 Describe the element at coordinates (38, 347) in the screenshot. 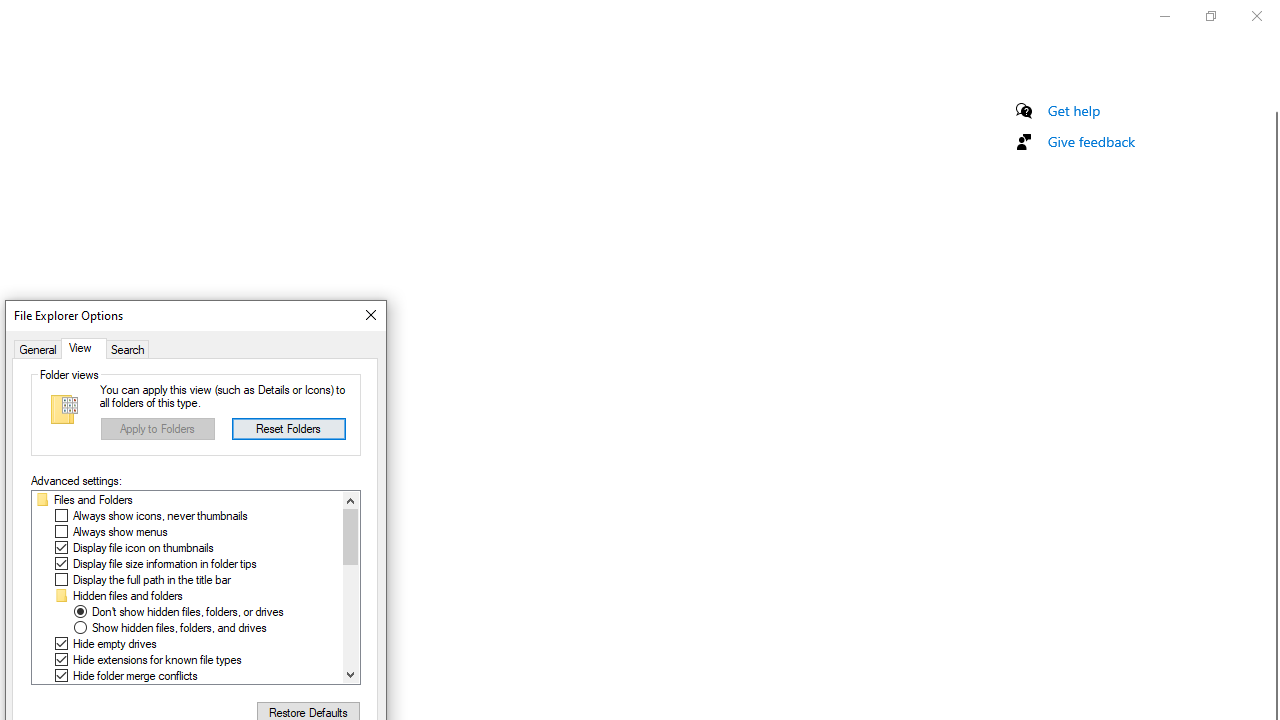

I see `'General'` at that location.